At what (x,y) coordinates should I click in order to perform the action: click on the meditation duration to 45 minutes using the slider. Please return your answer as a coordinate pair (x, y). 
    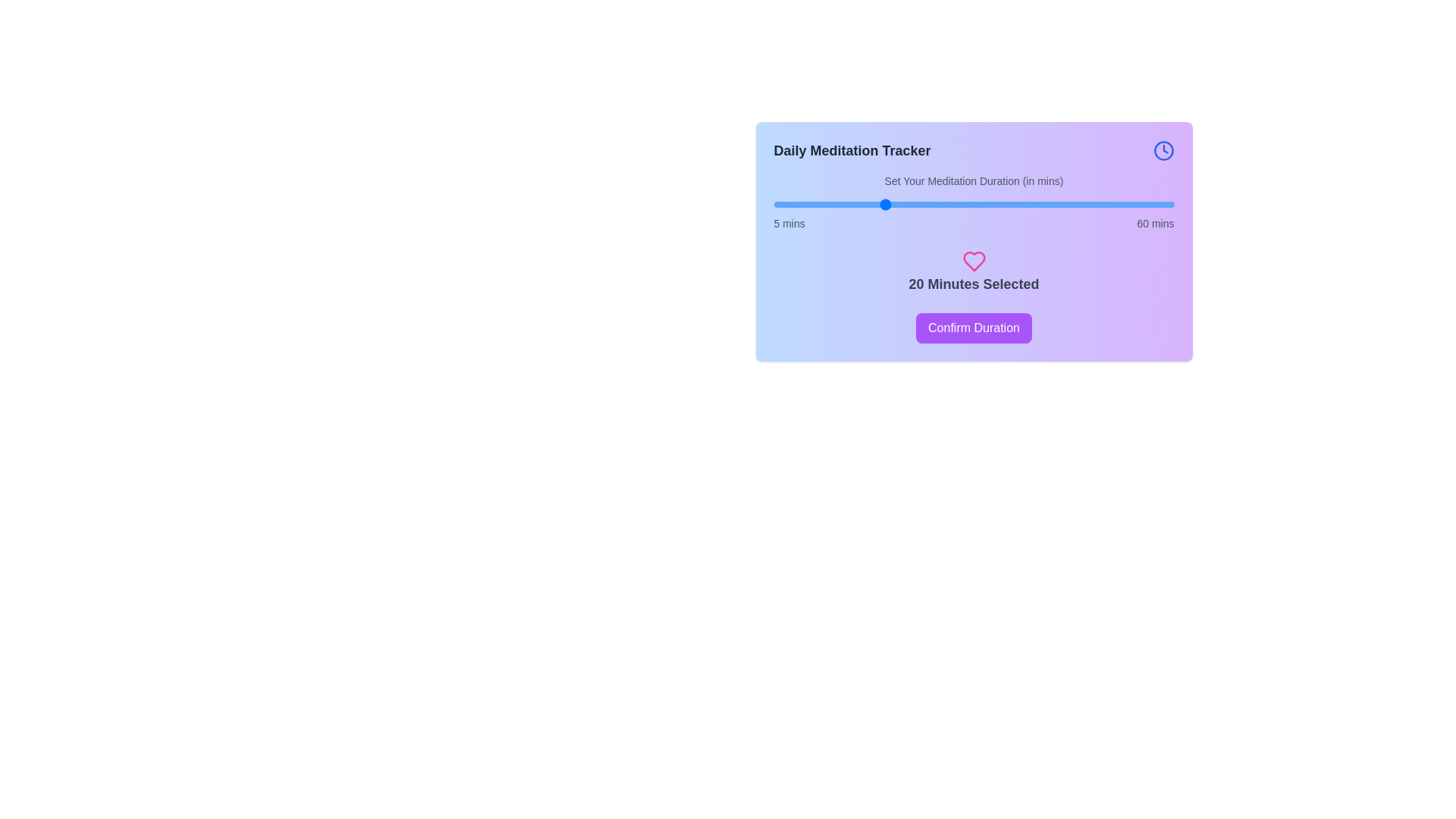
    Looking at the image, I should click on (1064, 205).